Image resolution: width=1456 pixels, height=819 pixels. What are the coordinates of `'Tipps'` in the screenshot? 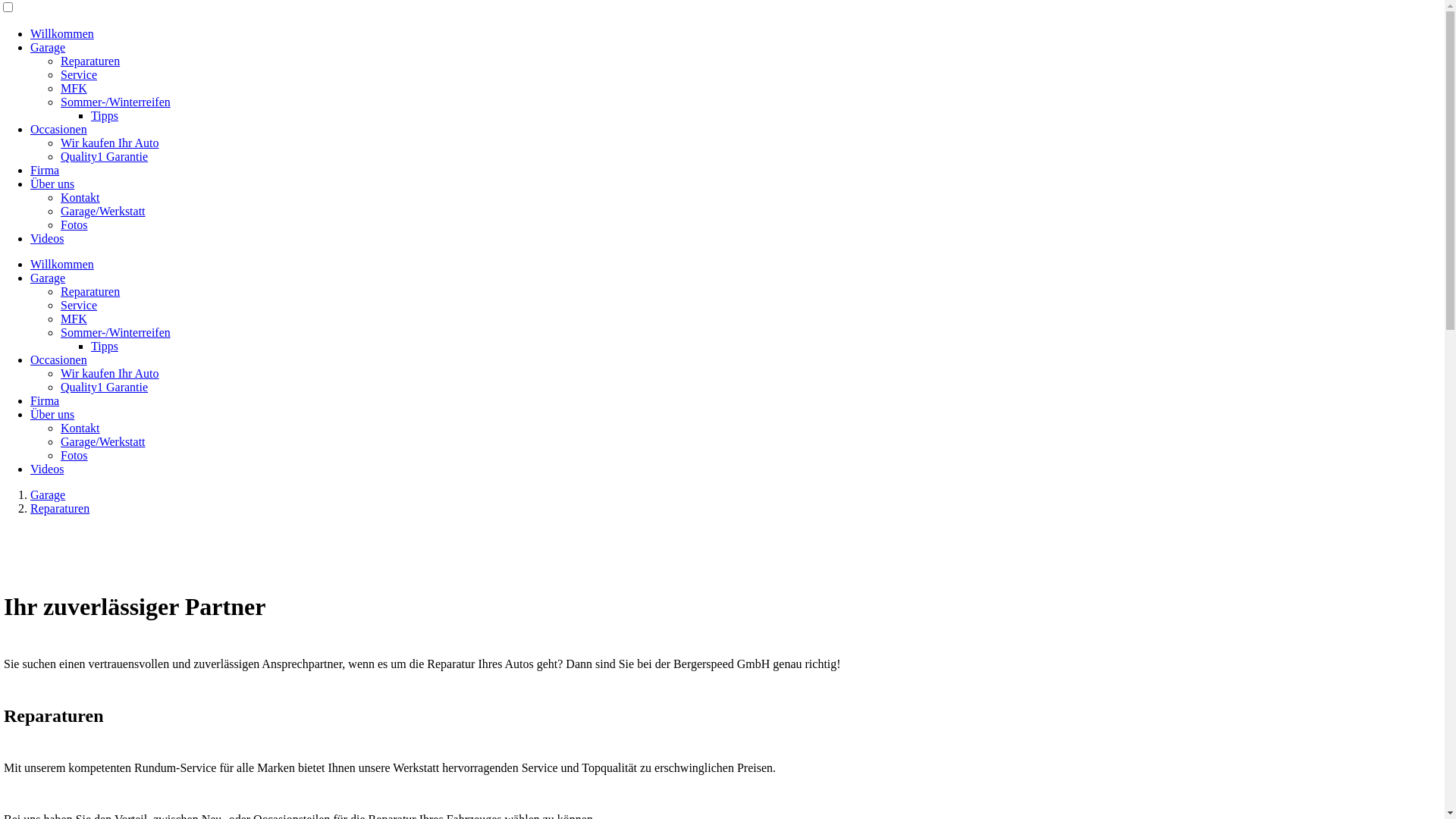 It's located at (104, 346).